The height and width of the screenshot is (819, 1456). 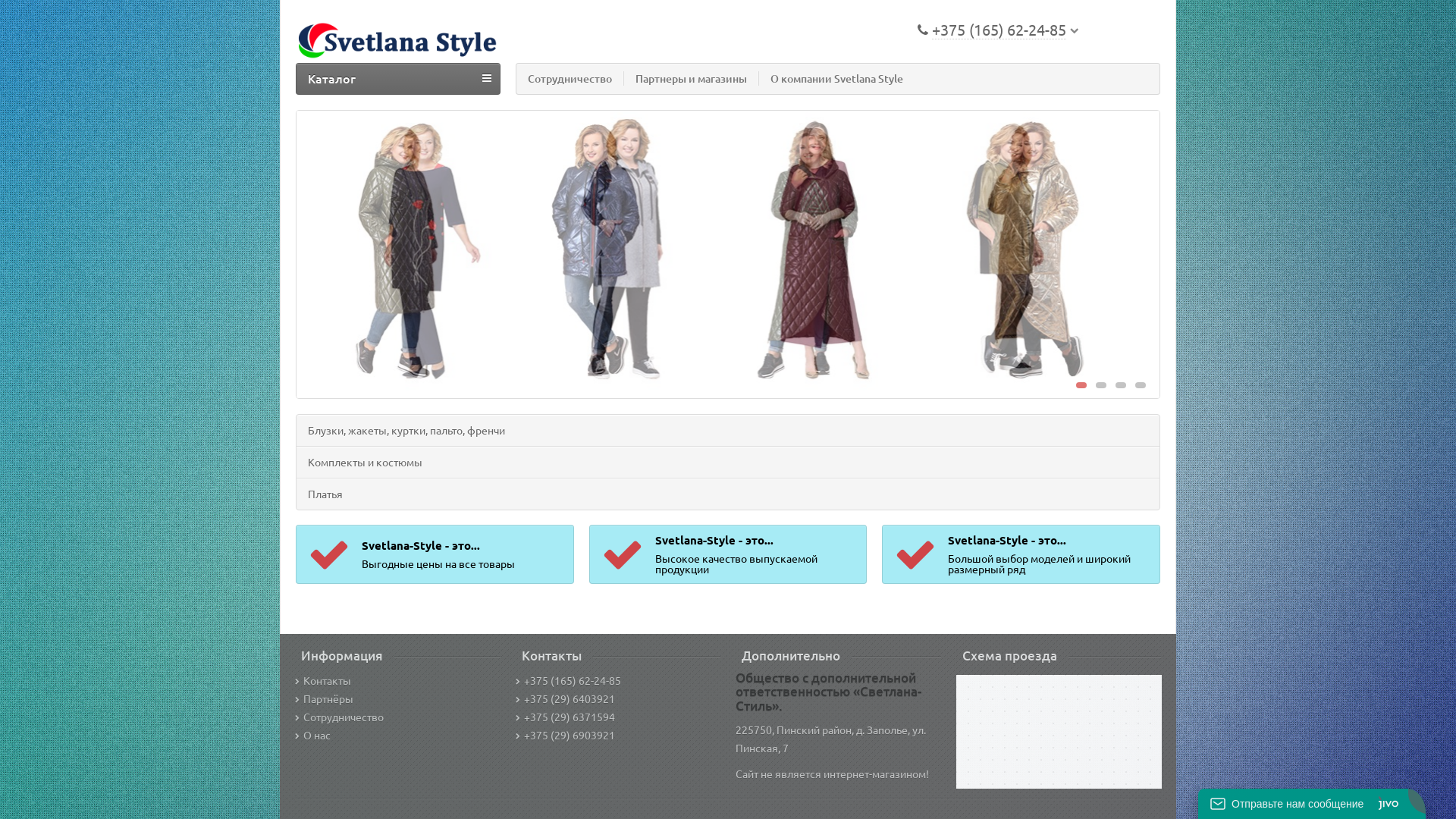 What do you see at coordinates (564, 733) in the screenshot?
I see `'+375 (29) 6903921'` at bounding box center [564, 733].